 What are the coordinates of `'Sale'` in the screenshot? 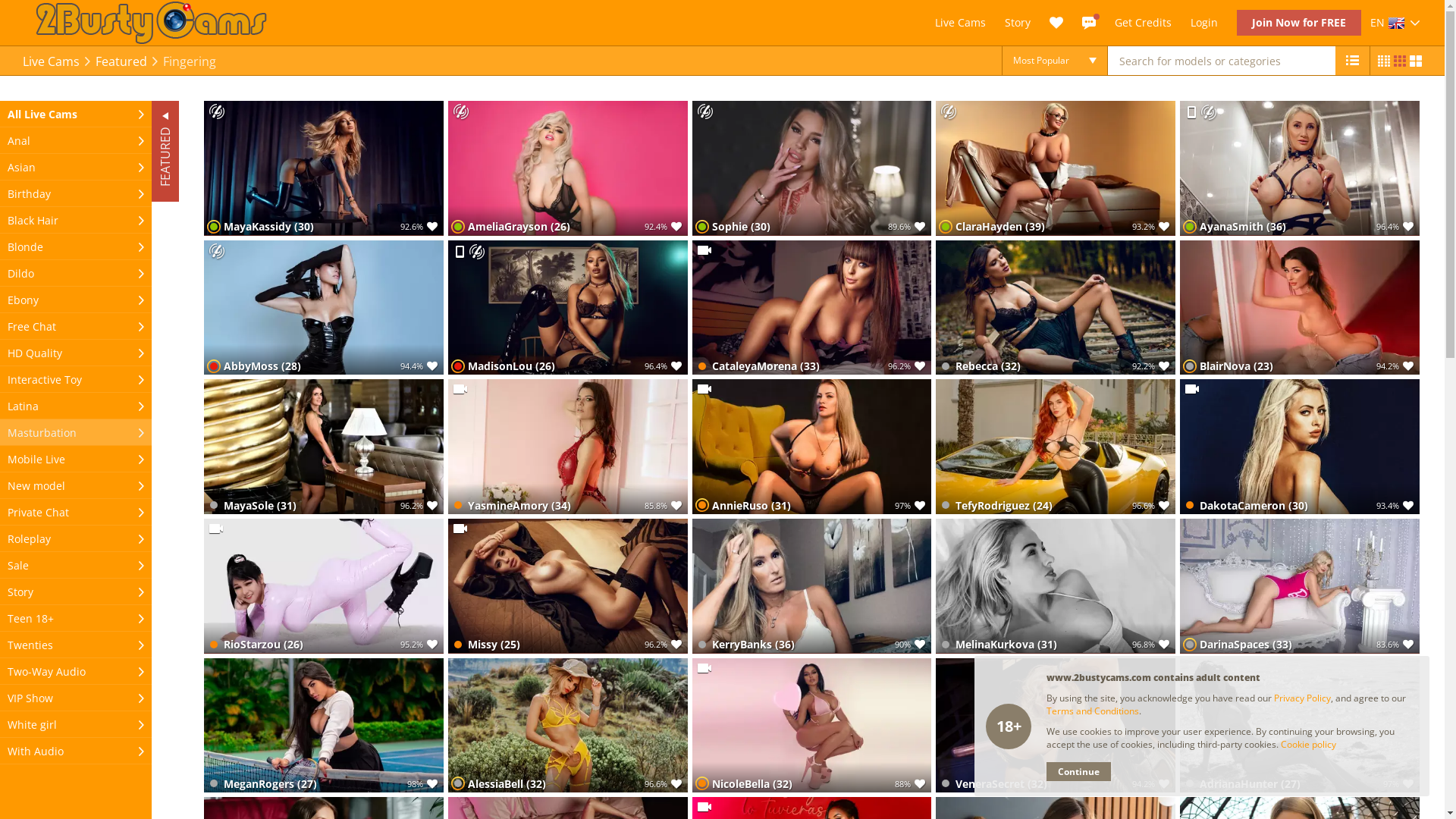 It's located at (75, 565).